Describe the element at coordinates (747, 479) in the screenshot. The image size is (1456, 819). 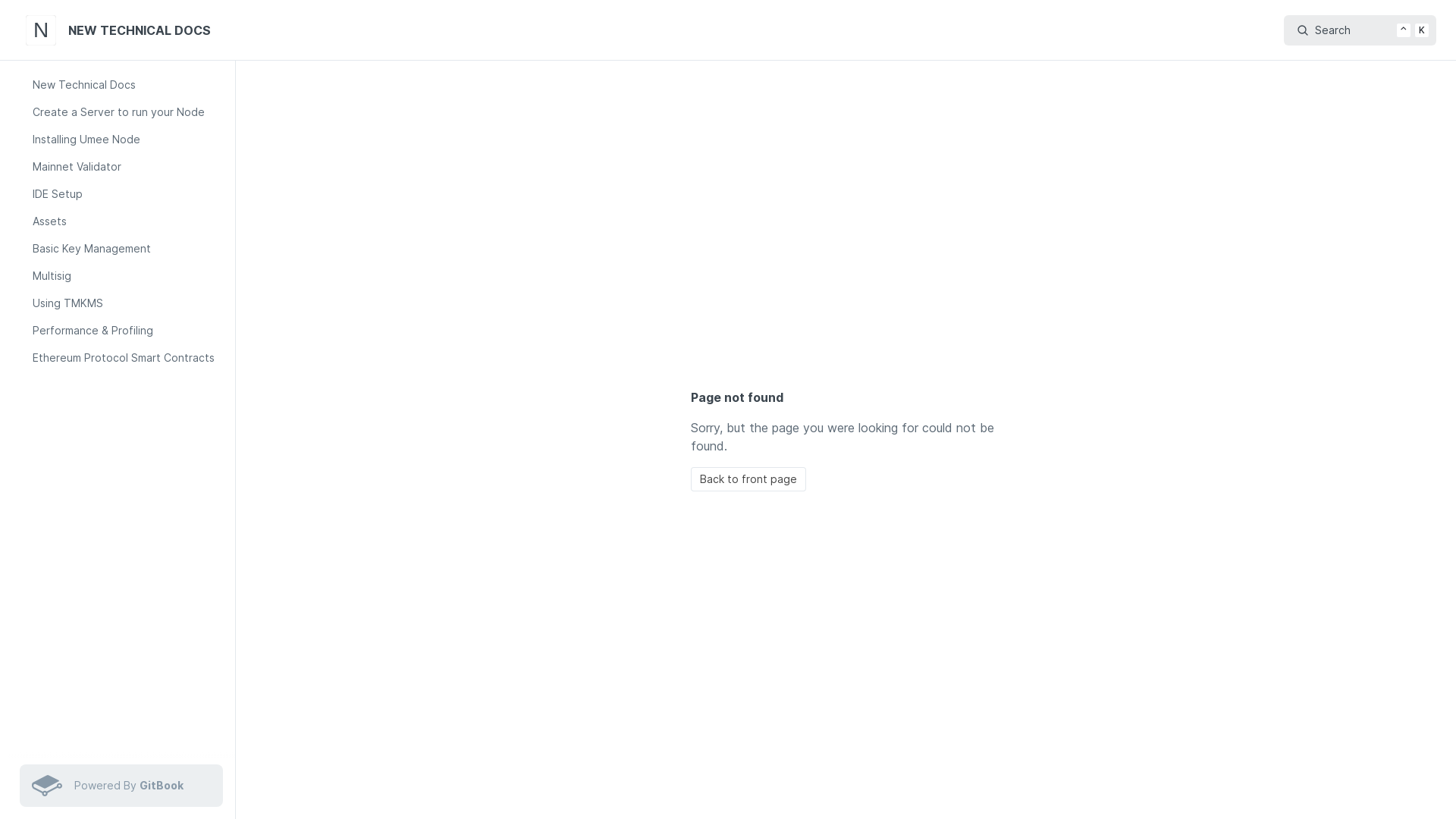
I see `'Back to front page'` at that location.